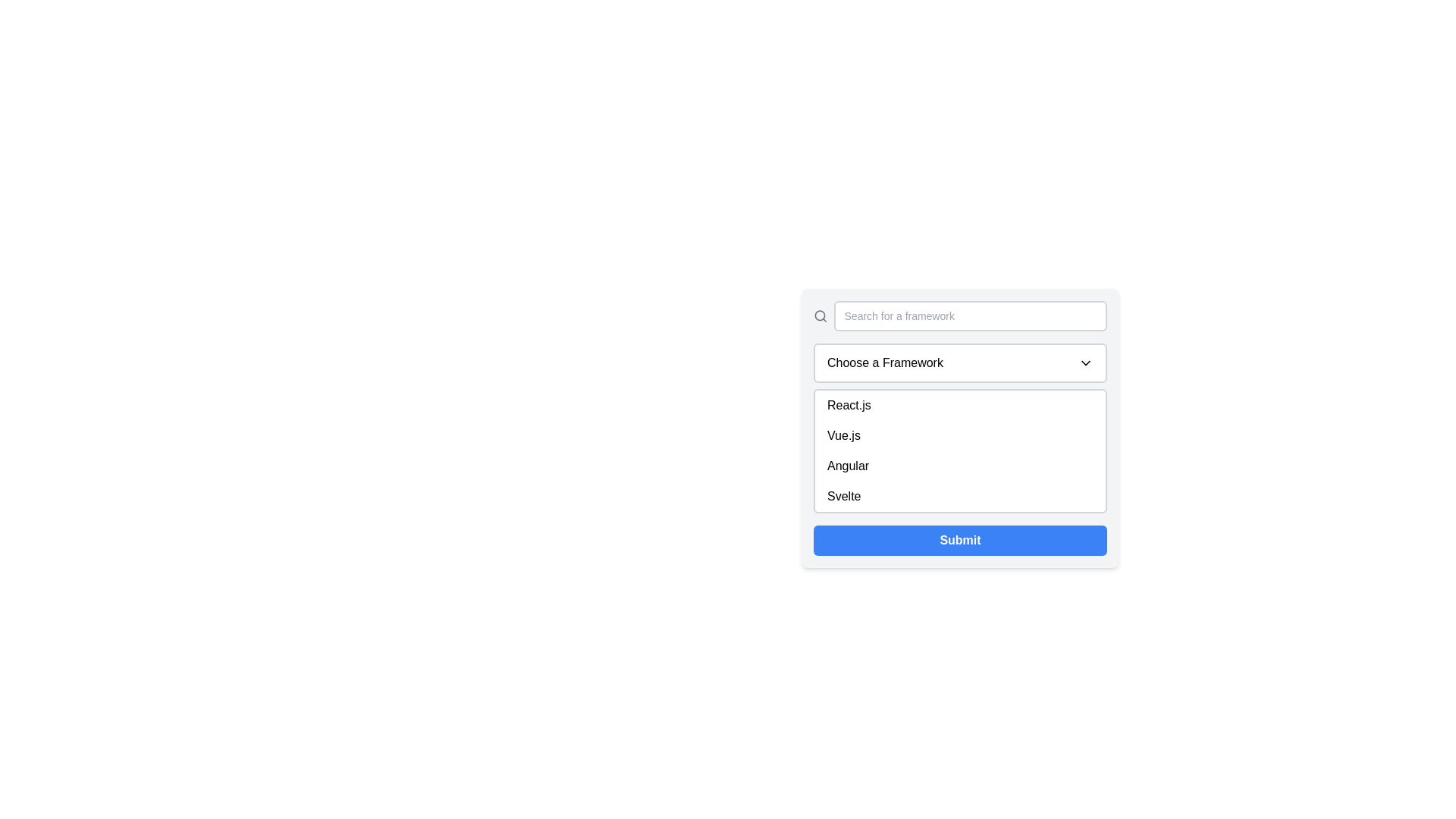 Image resolution: width=1456 pixels, height=819 pixels. Describe the element at coordinates (848, 405) in the screenshot. I see `the first item in the dropdown list that sets 'React.js' as the selected framework` at that location.